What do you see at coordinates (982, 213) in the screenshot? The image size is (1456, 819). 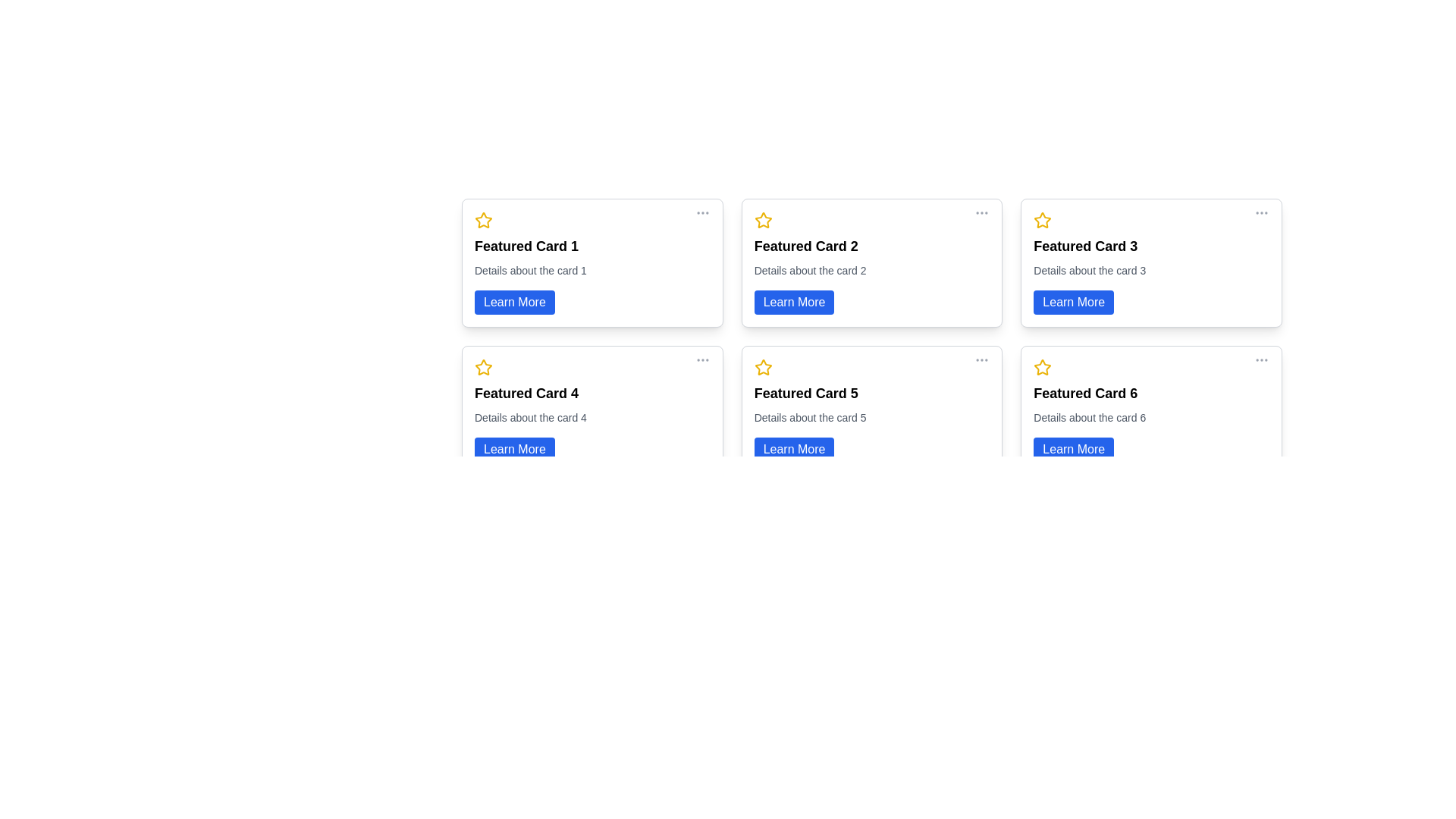 I see `the ellipsis icon button located in the upper-right corner of 'Featured Card 2'` at bounding box center [982, 213].